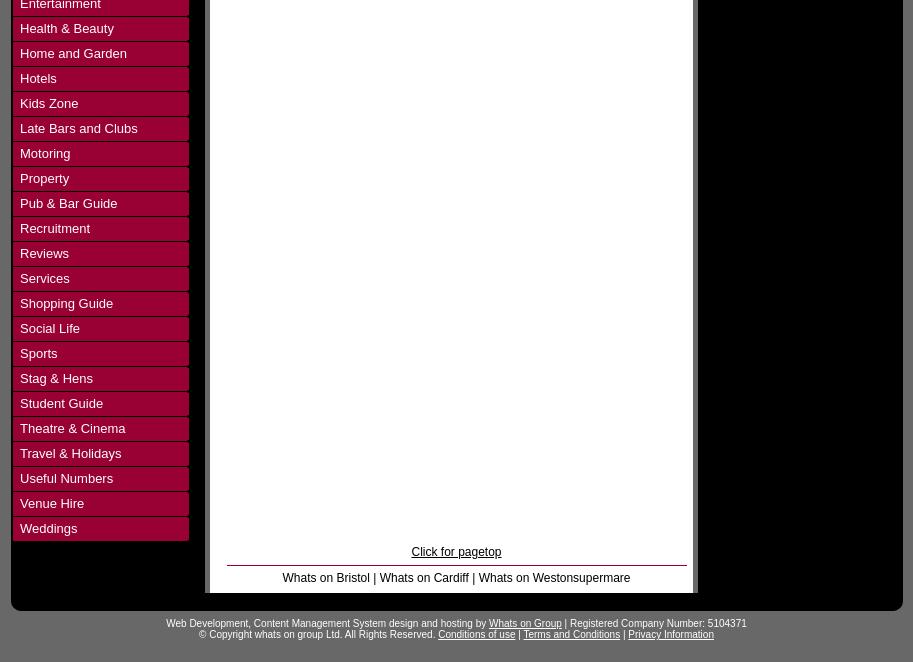 Image resolution: width=913 pixels, height=662 pixels. What do you see at coordinates (19, 327) in the screenshot?
I see `'Social Life'` at bounding box center [19, 327].